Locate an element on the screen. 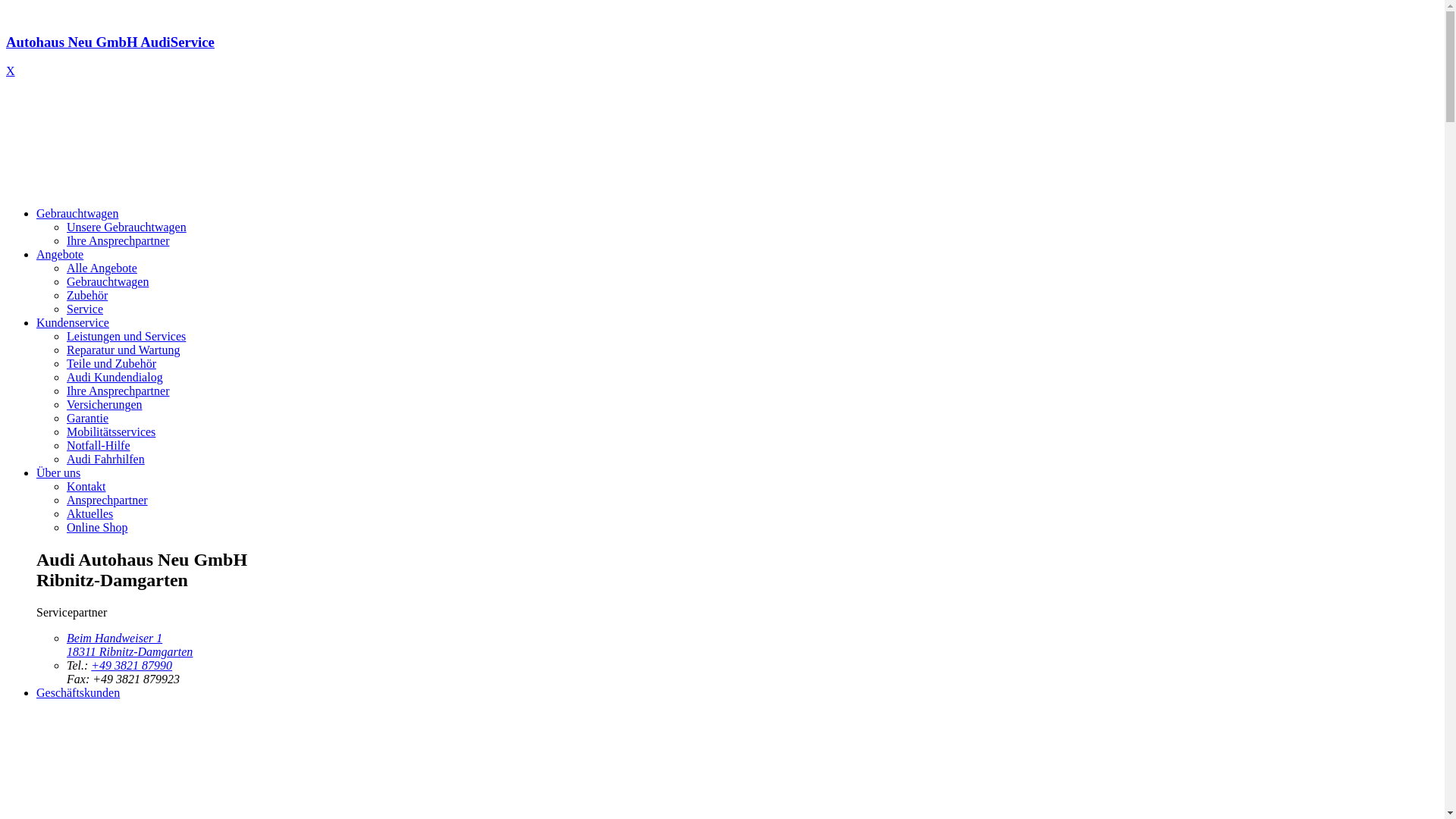 Image resolution: width=1456 pixels, height=819 pixels. 'Audi Kundendialog' is located at coordinates (65, 376).